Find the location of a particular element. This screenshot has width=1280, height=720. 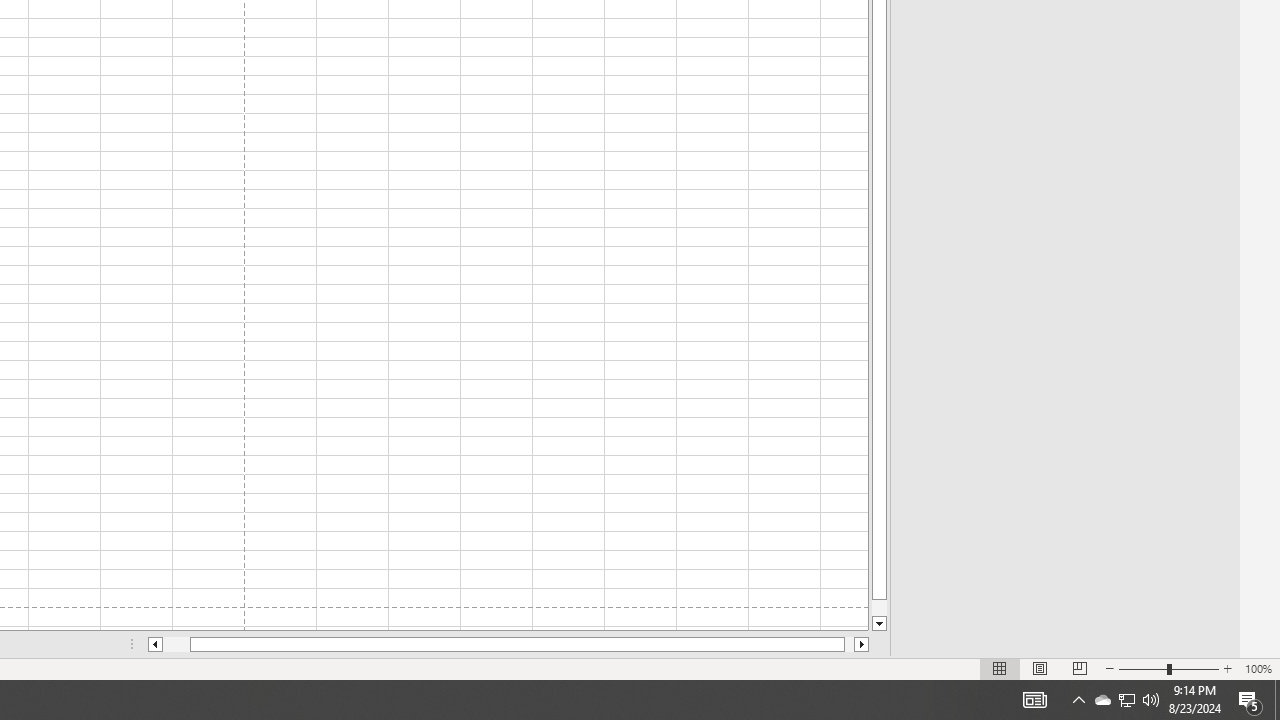

'Zoom Out' is located at coordinates (1143, 669).